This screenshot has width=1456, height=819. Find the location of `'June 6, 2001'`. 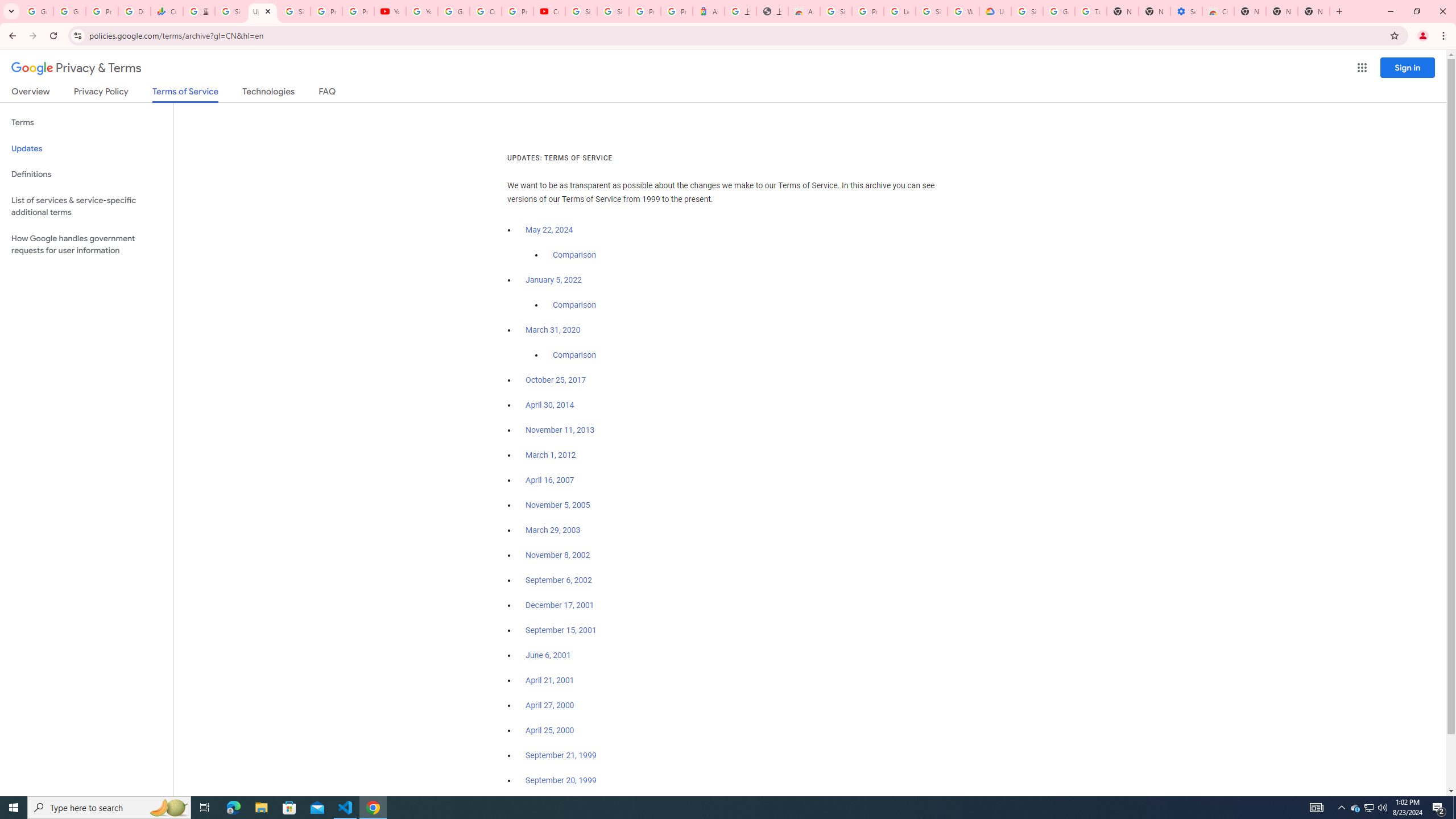

'June 6, 2001' is located at coordinates (547, 655).